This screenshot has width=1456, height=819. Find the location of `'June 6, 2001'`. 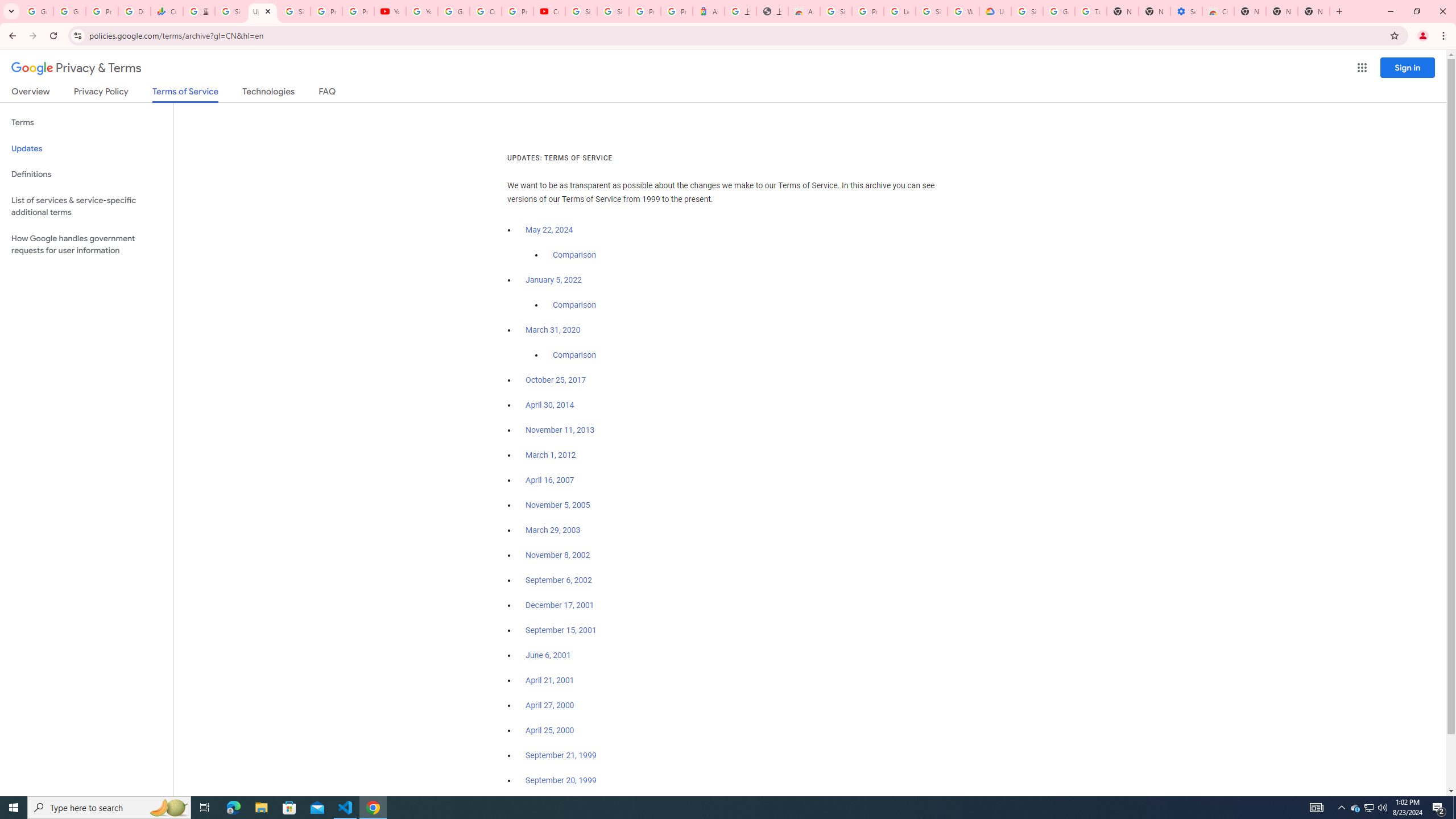

'June 6, 2001' is located at coordinates (547, 655).